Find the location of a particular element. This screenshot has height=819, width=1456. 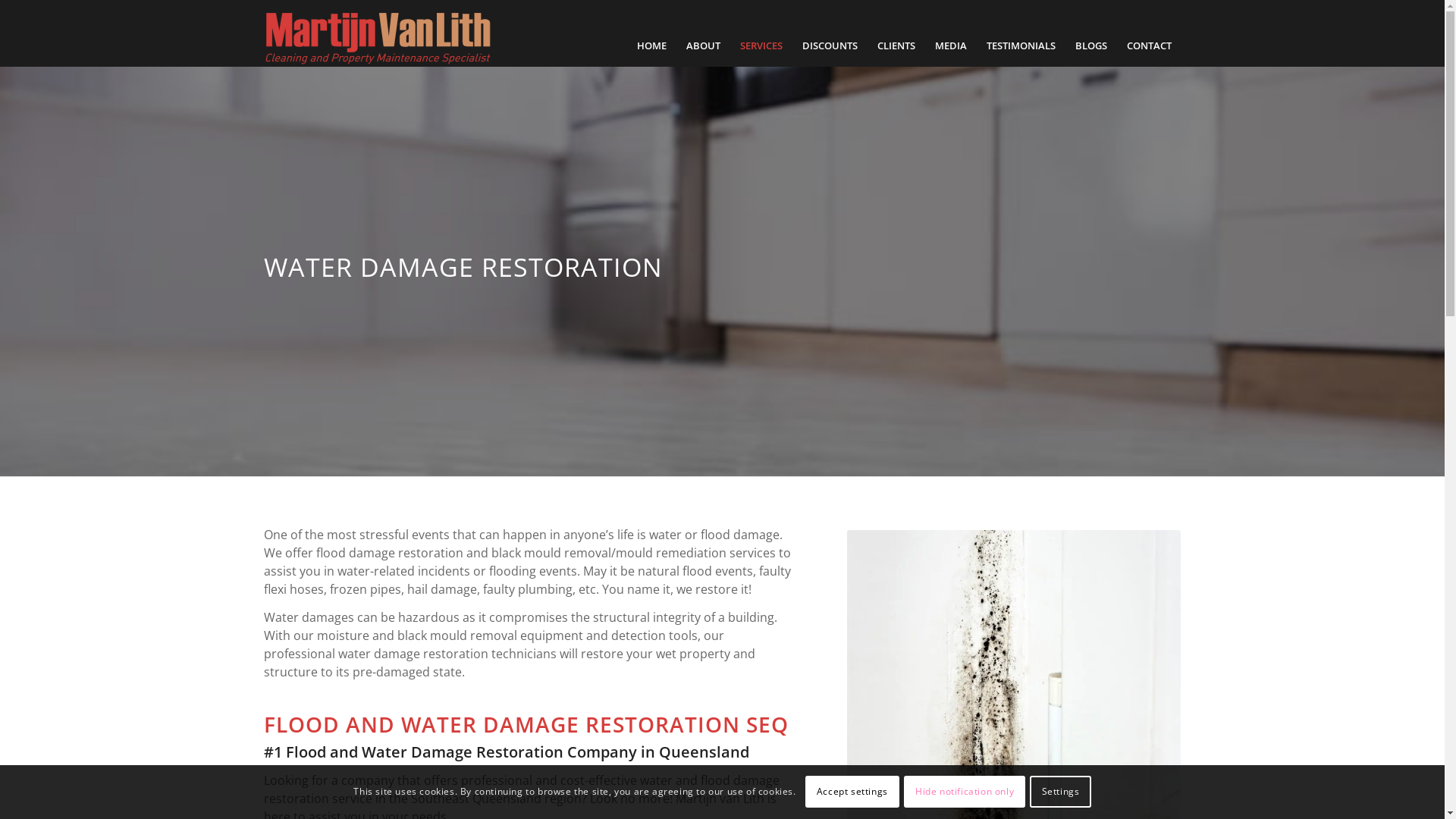

'TESTIMONIALS' is located at coordinates (1021, 45).